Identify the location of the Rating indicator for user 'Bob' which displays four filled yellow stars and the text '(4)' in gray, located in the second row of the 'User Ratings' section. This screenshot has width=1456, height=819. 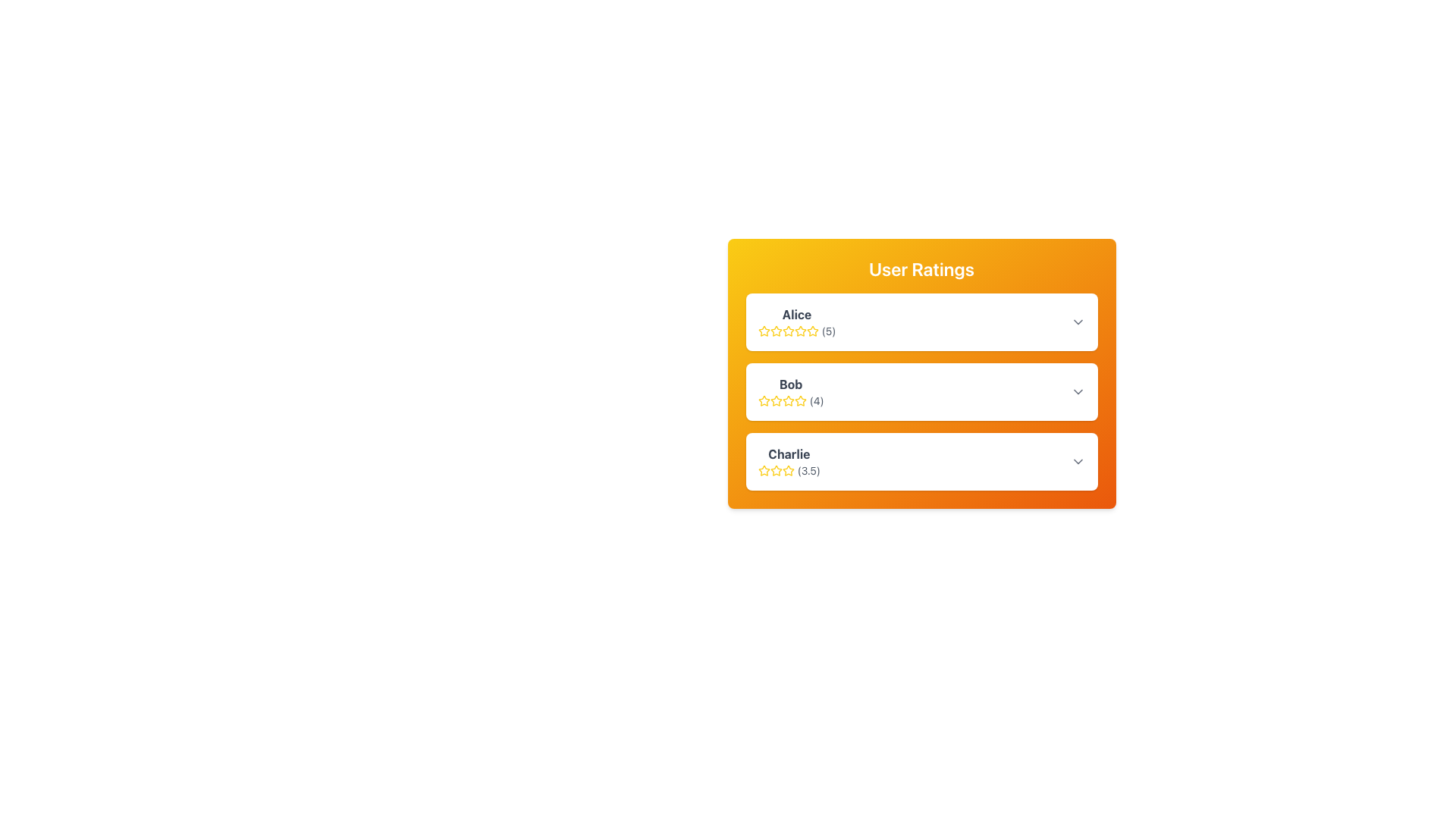
(790, 400).